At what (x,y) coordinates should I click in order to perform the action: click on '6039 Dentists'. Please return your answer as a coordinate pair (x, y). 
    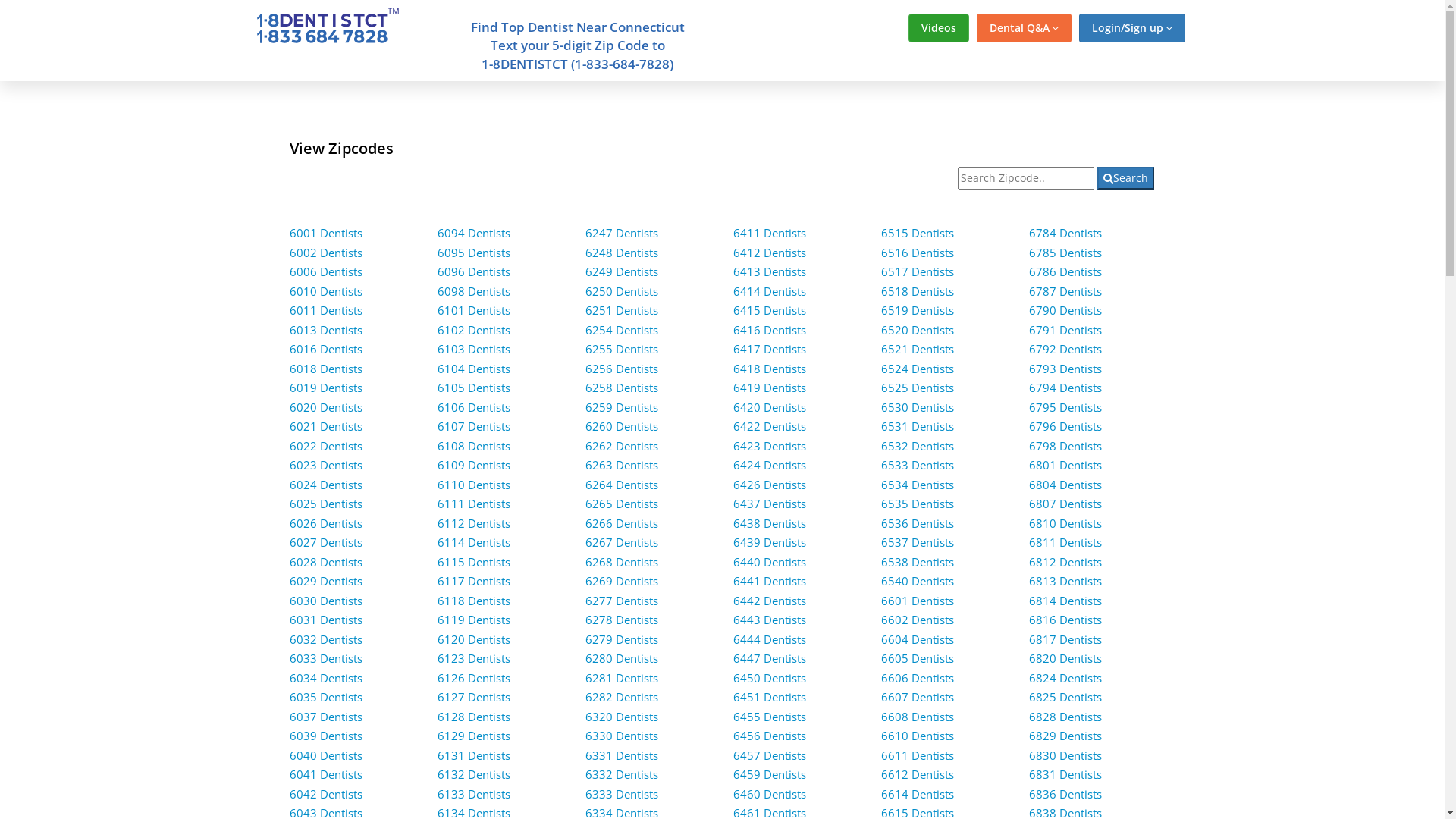
    Looking at the image, I should click on (325, 734).